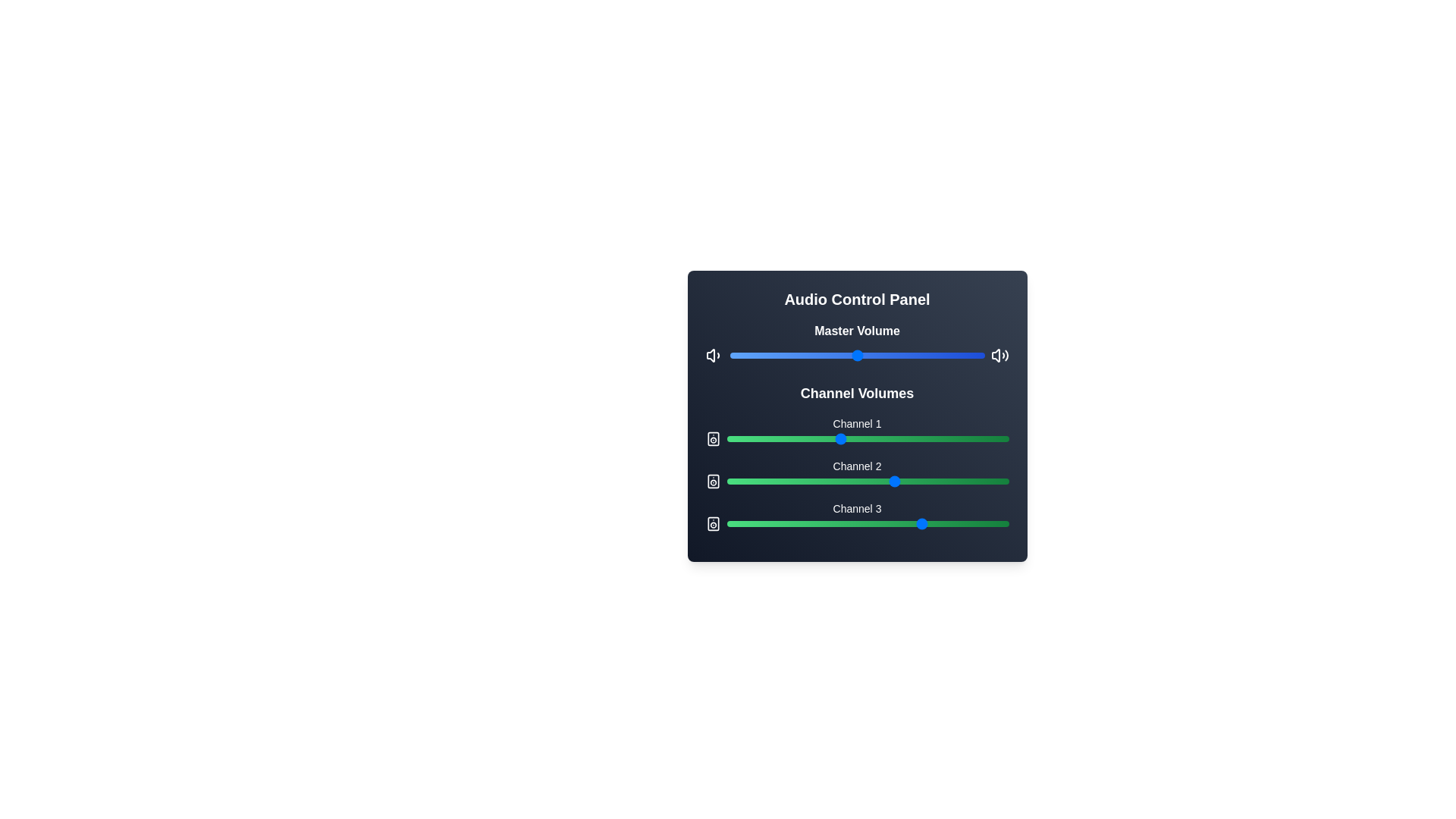 This screenshot has width=1456, height=819. Describe the element at coordinates (857, 465) in the screenshot. I see `the text label identifying 'Channel 2', which is positioned above the green volume slider and blue handle for Channel 2, within the 'Channel Volumes' section` at that location.